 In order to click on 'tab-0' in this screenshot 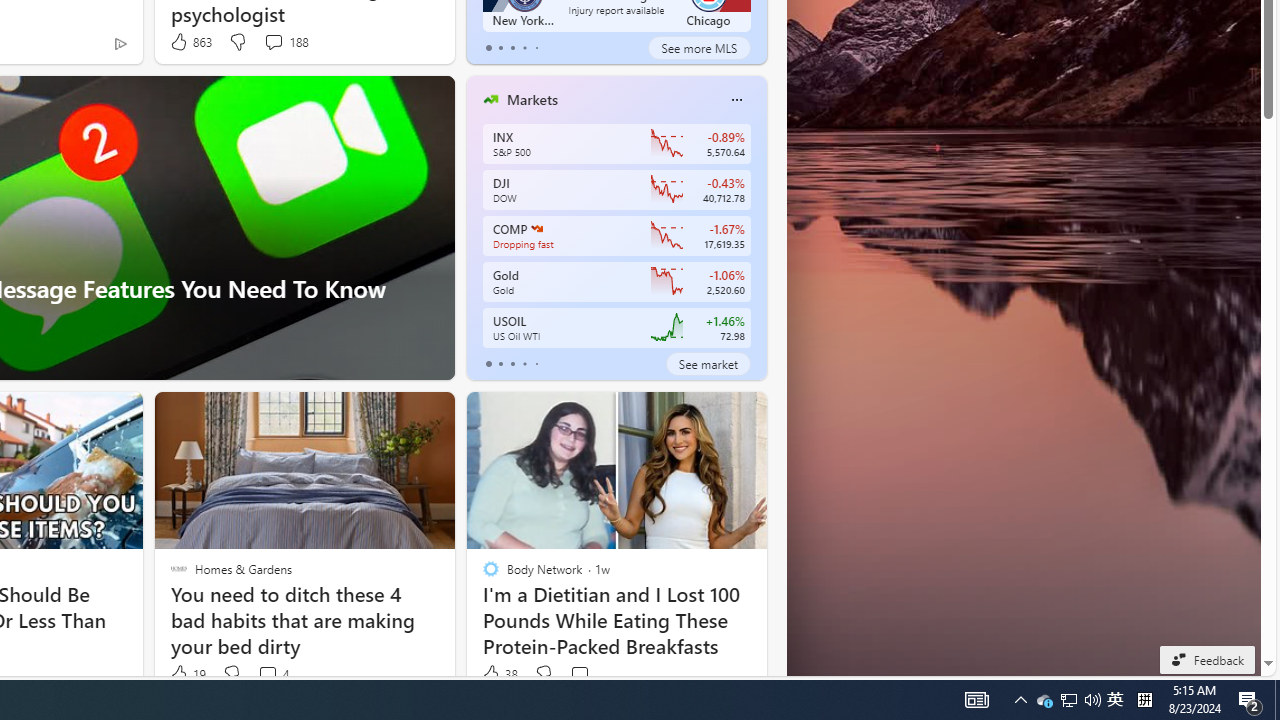, I will do `click(488, 363)`.